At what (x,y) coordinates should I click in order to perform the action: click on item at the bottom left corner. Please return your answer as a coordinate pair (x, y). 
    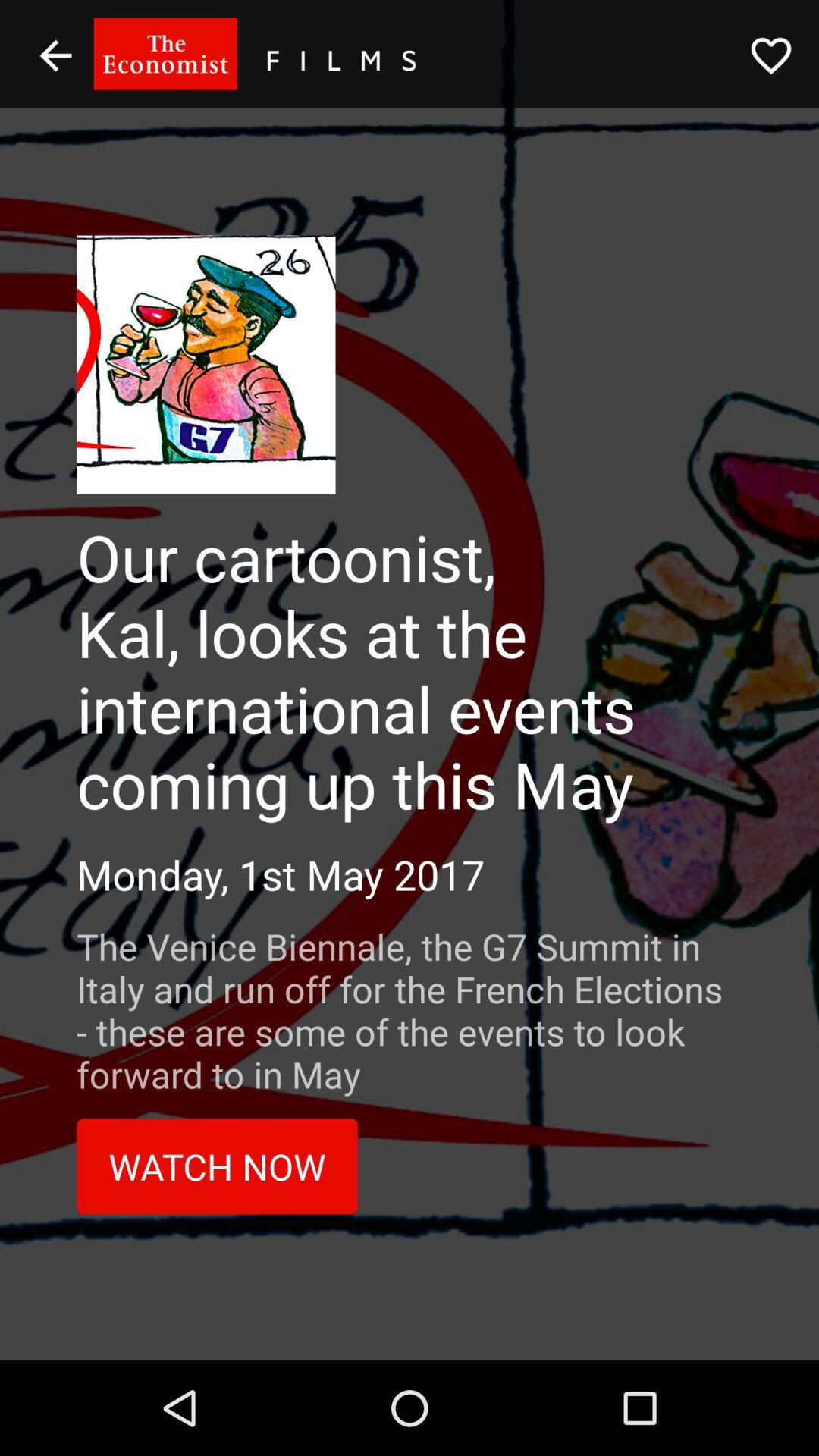
    Looking at the image, I should click on (217, 1166).